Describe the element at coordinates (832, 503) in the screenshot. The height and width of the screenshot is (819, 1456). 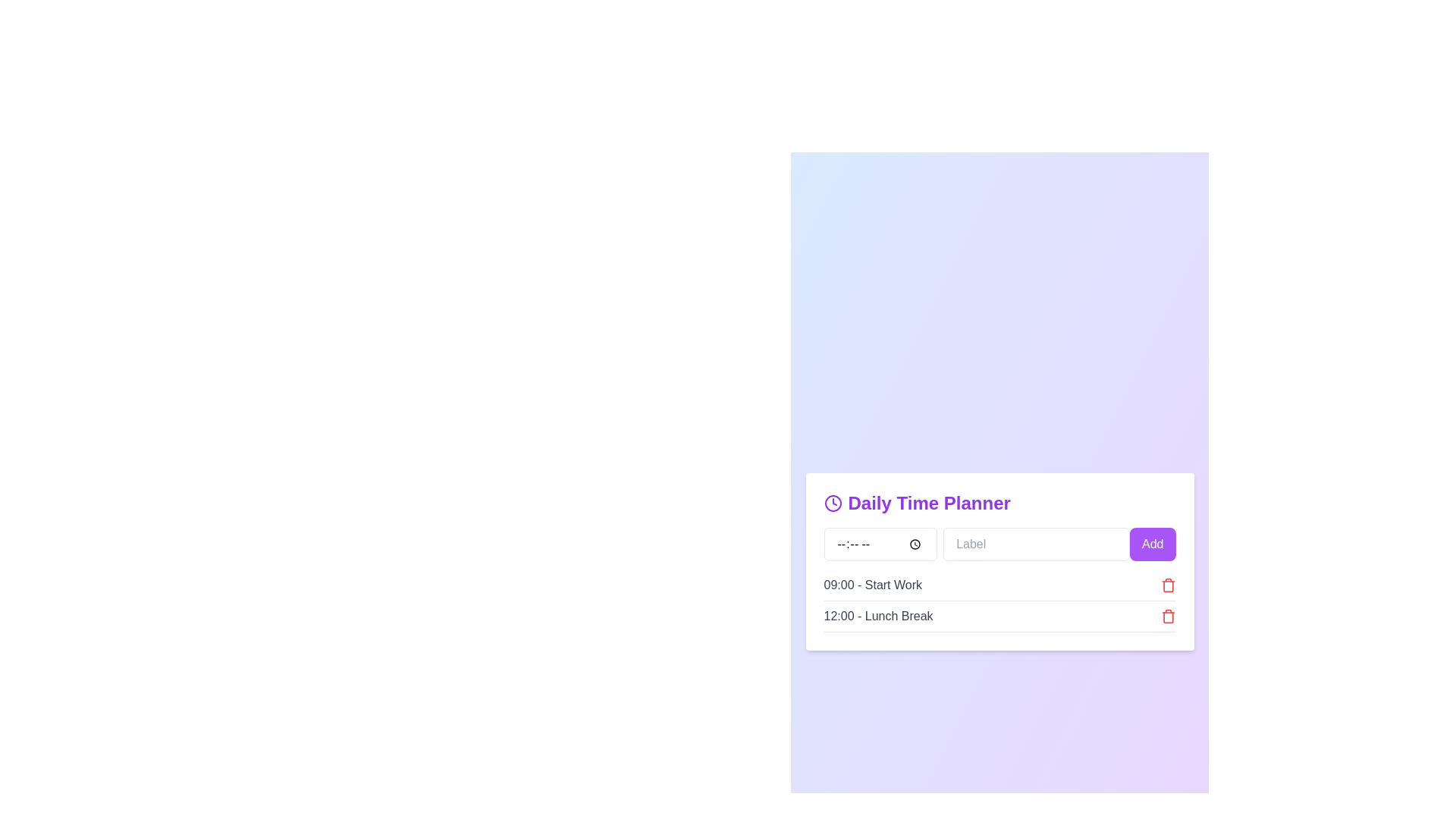
I see `the circle at the center of the clock icon, which is located to the left of the title 'Daily Time Planner'` at that location.